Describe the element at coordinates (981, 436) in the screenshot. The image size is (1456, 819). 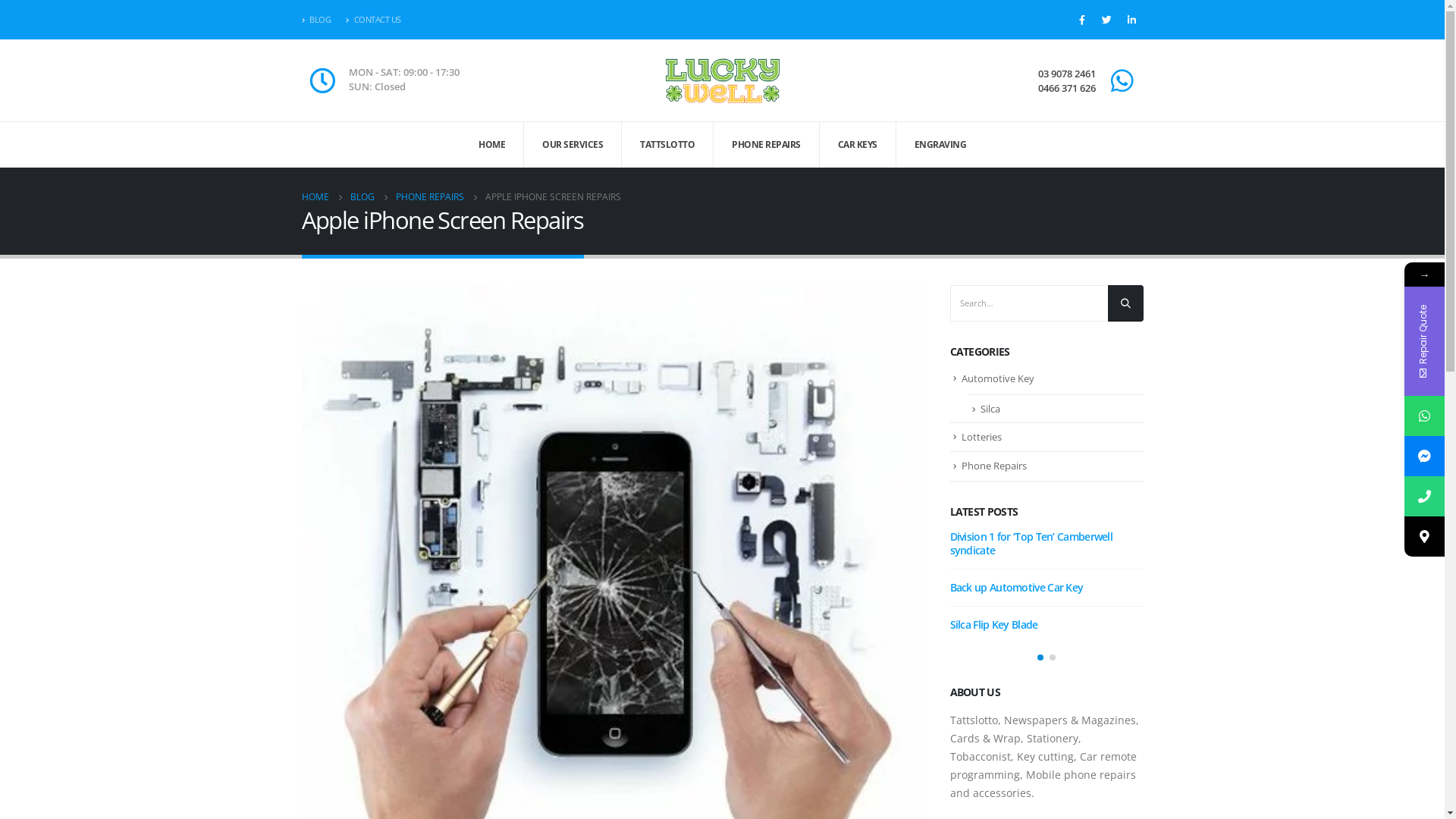
I see `'Lotteries'` at that location.